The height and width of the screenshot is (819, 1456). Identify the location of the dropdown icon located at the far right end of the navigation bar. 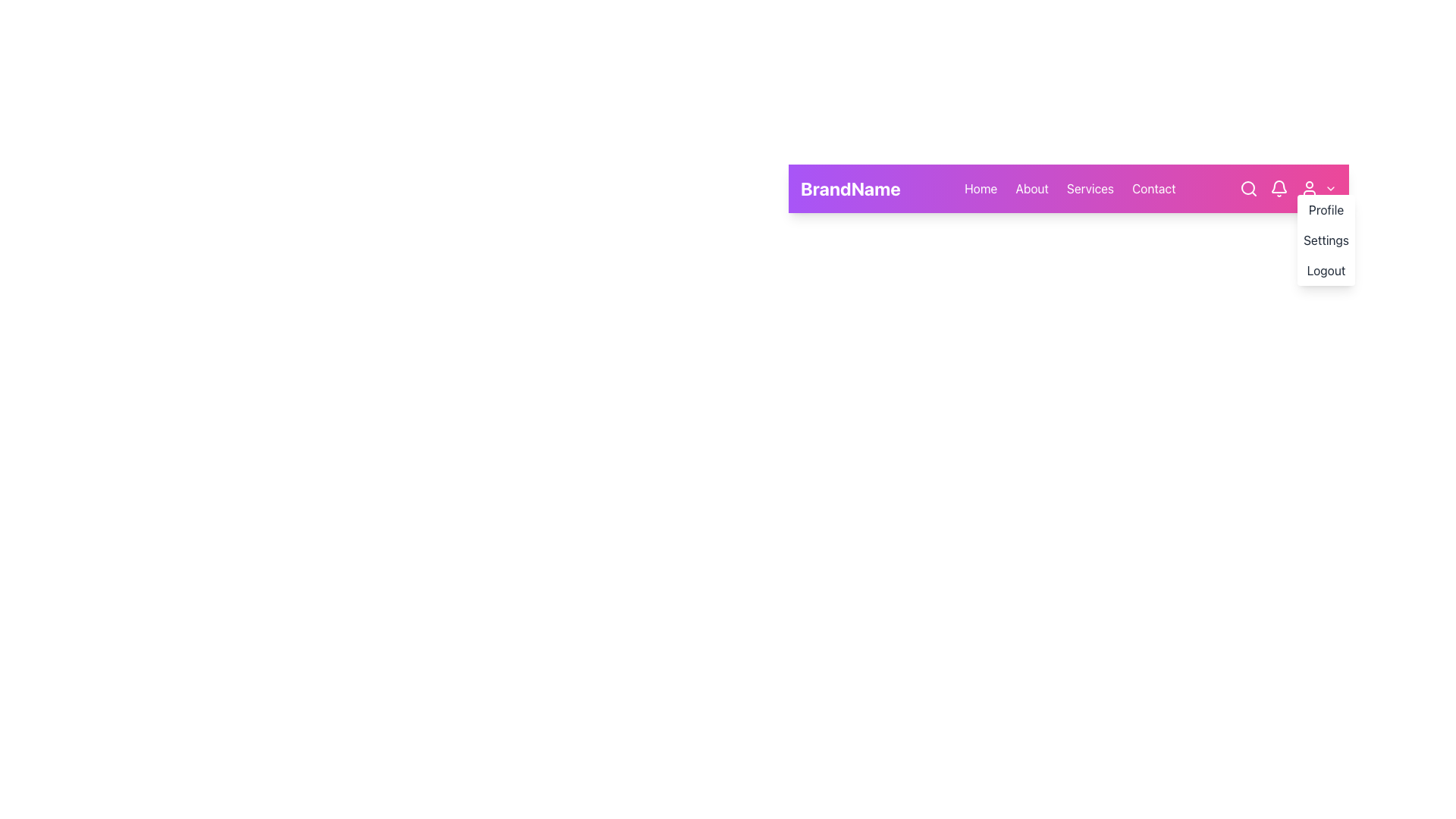
(1330, 188).